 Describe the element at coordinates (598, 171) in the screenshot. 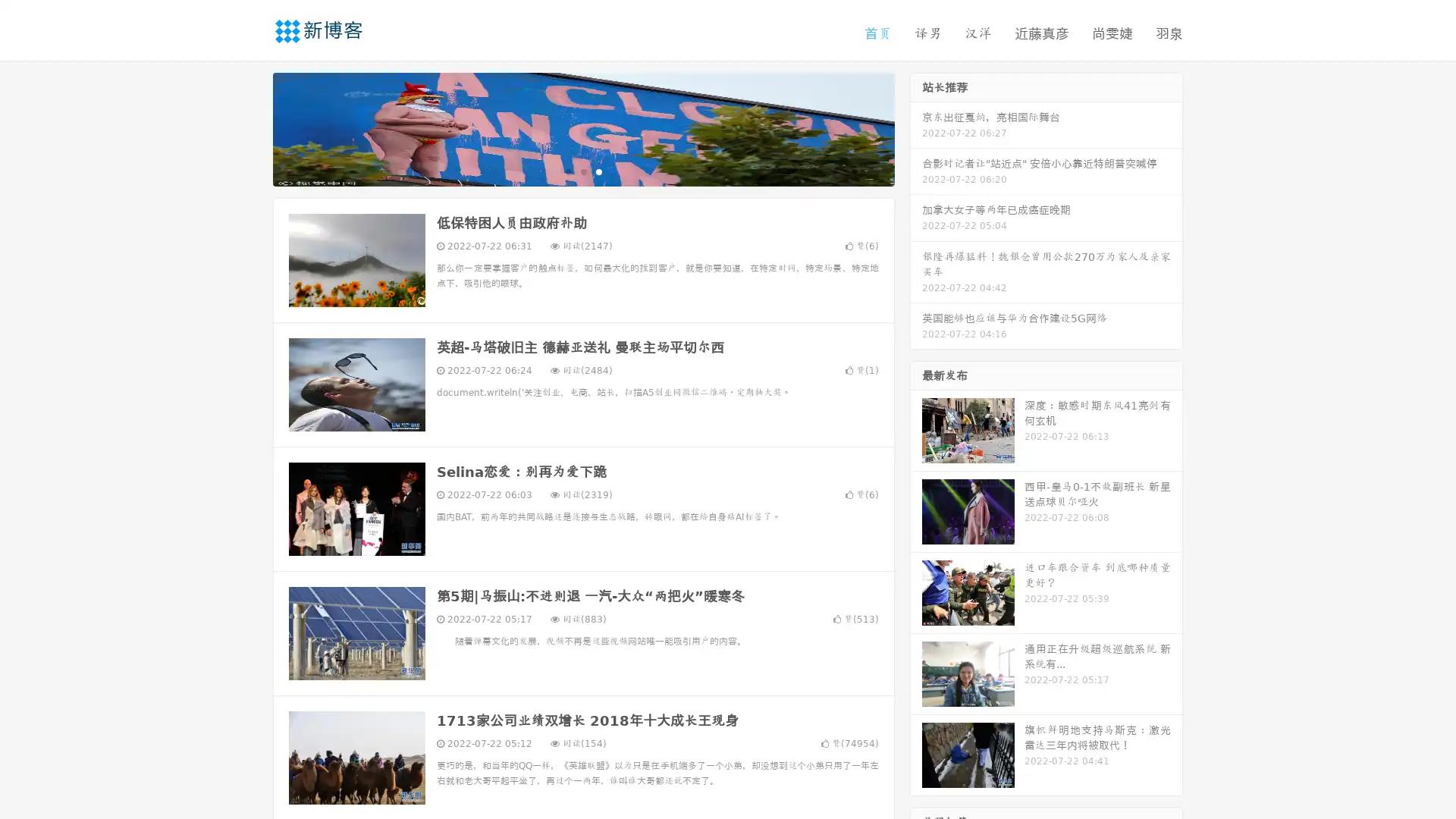

I see `Go to slide 3` at that location.